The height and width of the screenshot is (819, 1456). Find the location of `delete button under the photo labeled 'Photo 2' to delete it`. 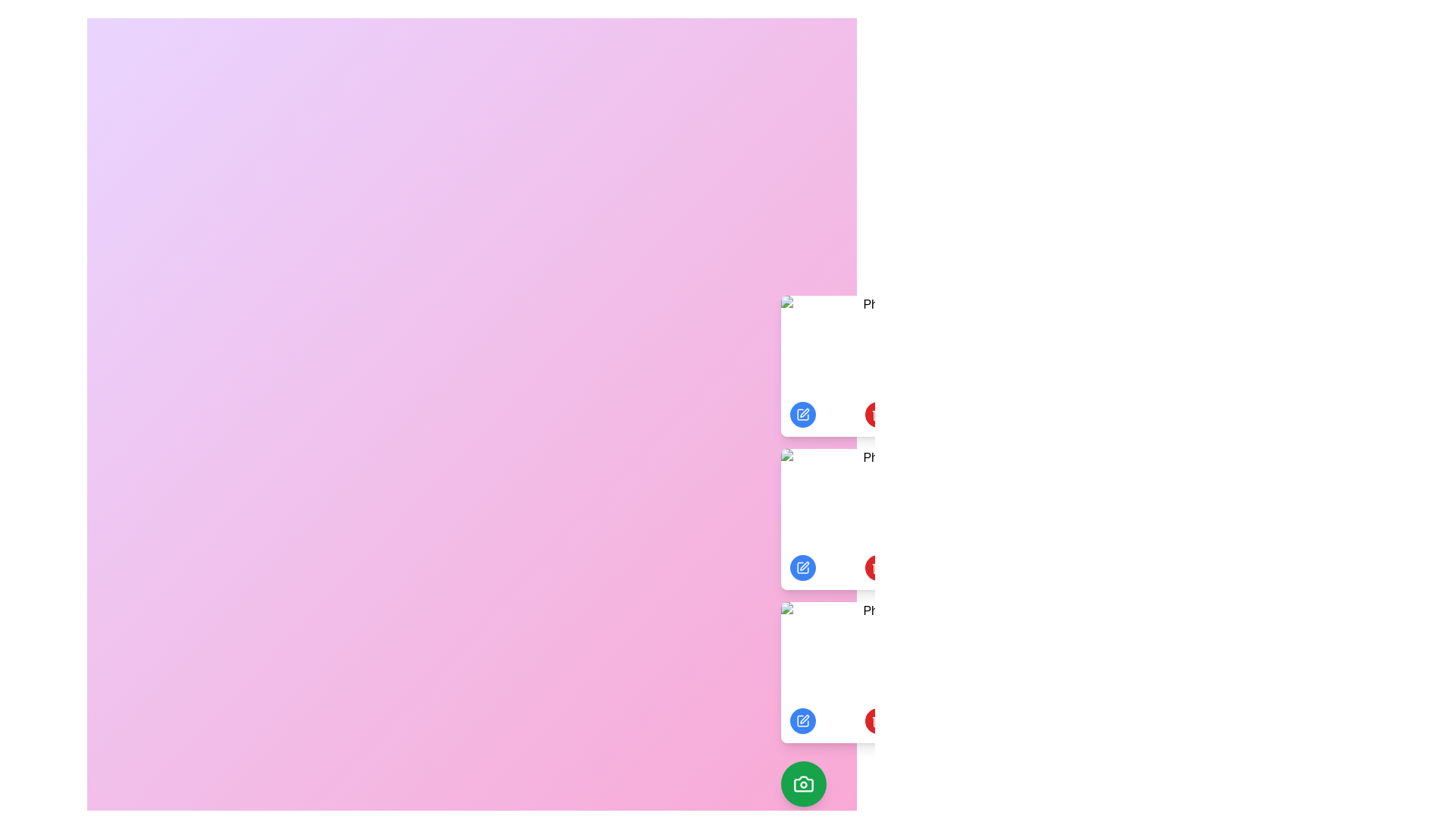

delete button under the photo labeled 'Photo 2' to delete it is located at coordinates (877, 567).